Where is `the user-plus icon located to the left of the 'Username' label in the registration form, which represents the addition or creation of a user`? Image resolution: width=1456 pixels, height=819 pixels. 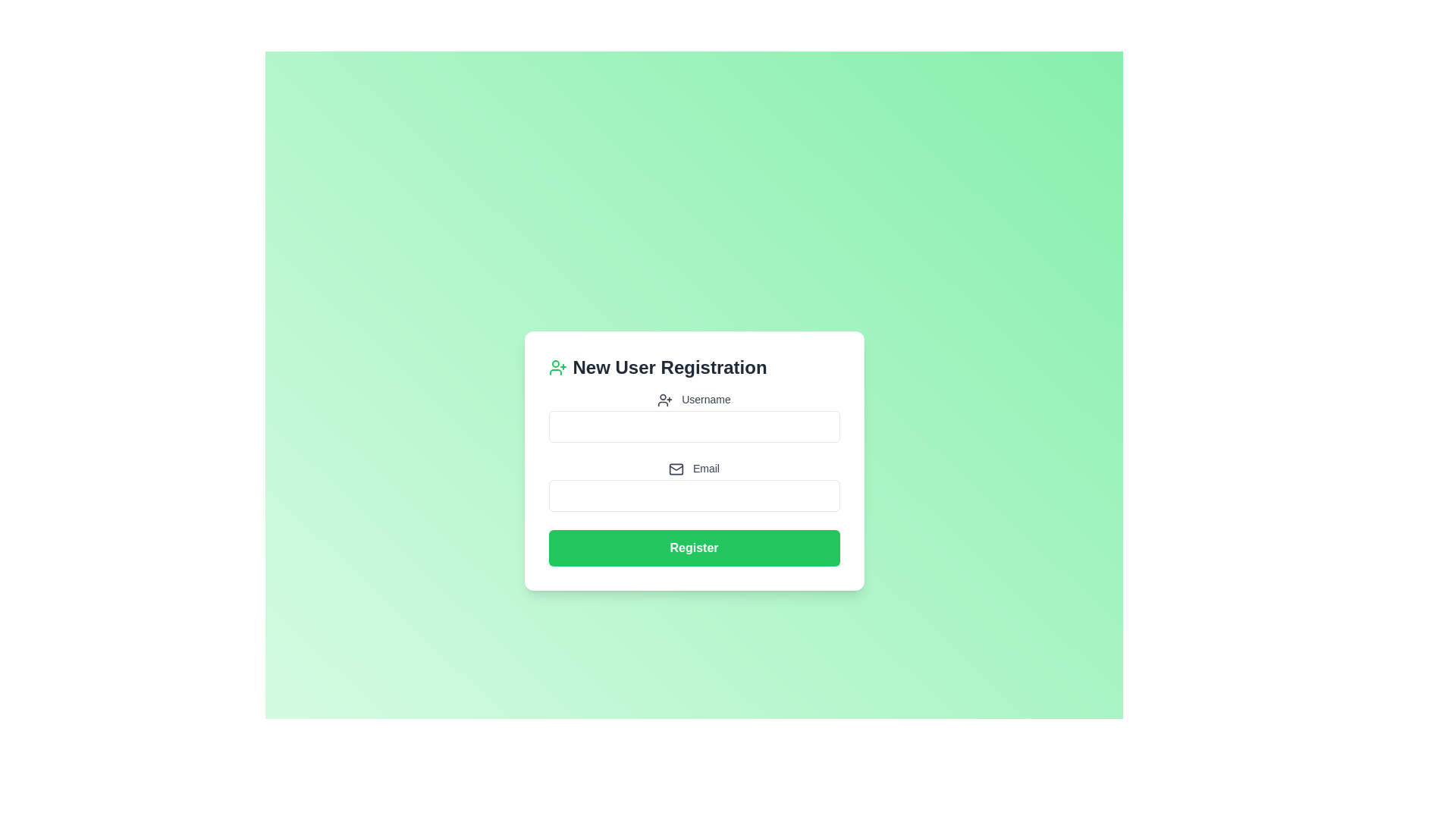
the user-plus icon located to the left of the 'Username' label in the registration form, which represents the addition or creation of a user is located at coordinates (665, 400).